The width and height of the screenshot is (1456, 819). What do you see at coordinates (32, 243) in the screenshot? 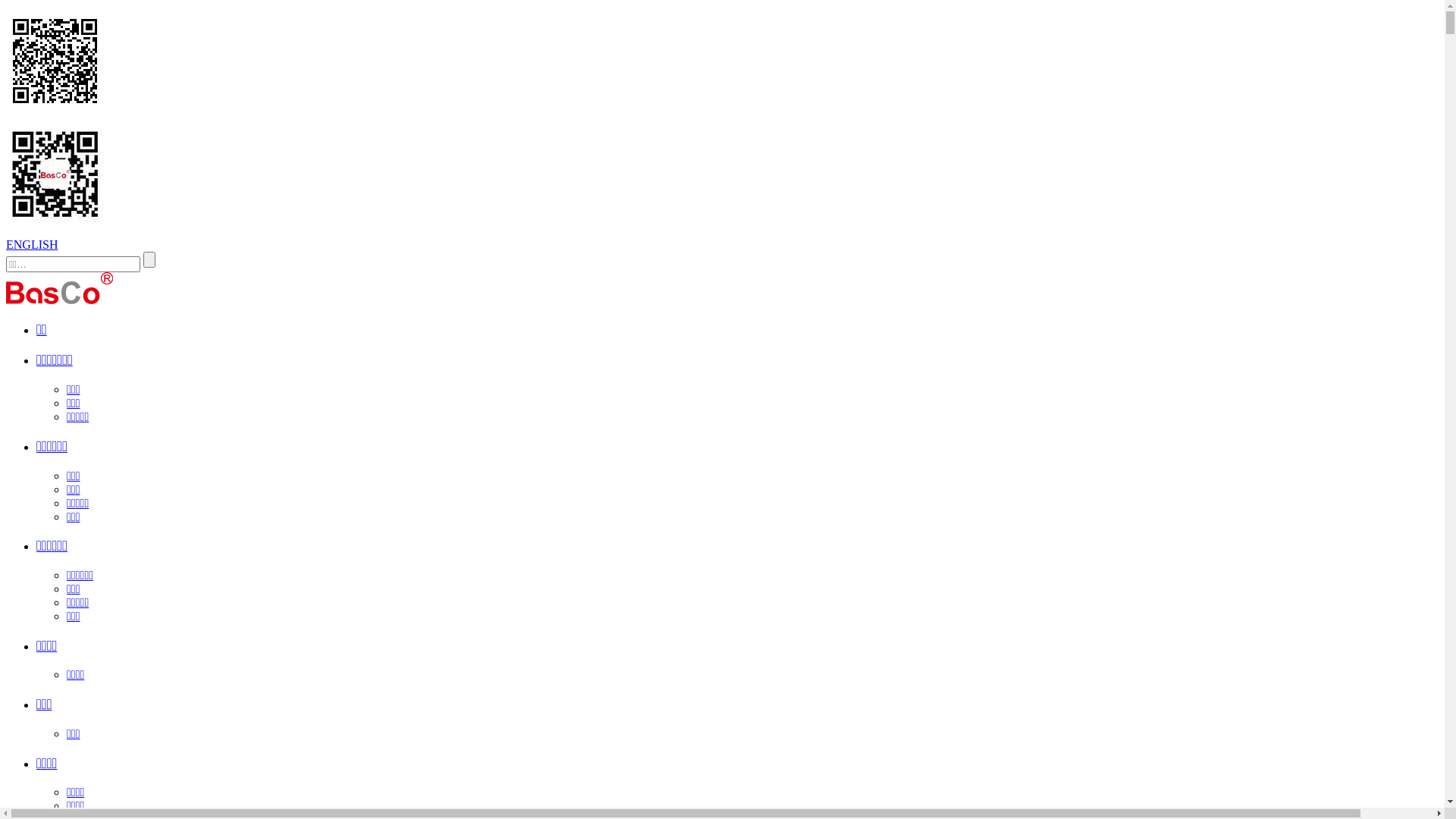
I see `'ENGLISH'` at bounding box center [32, 243].